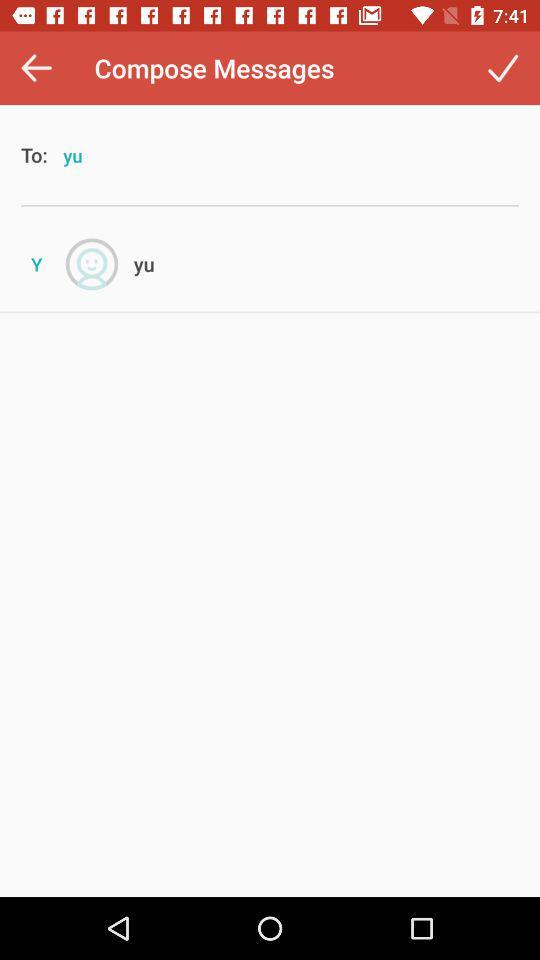 The image size is (540, 960). I want to click on y item, so click(36, 263).